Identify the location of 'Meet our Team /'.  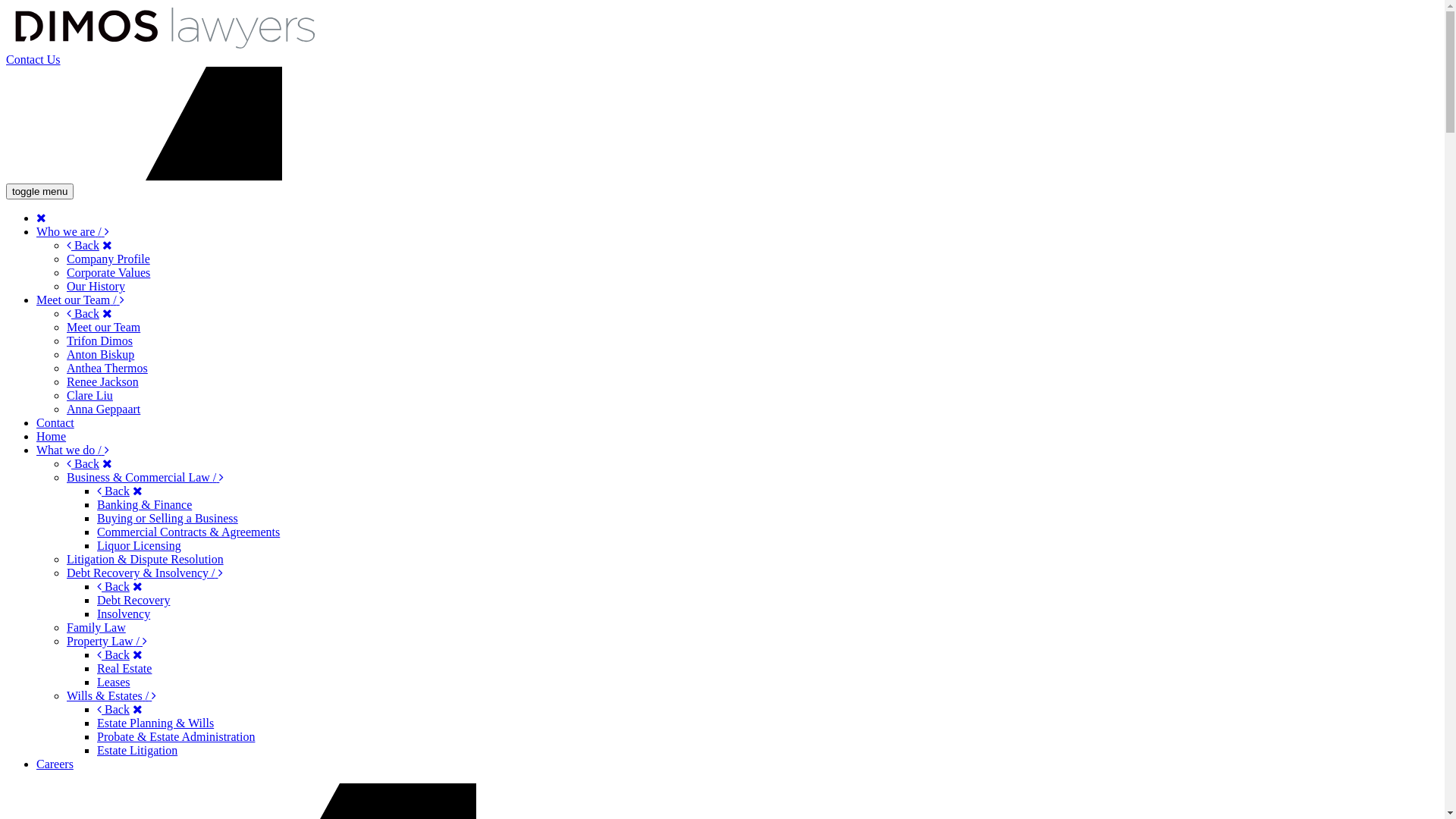
(79, 300).